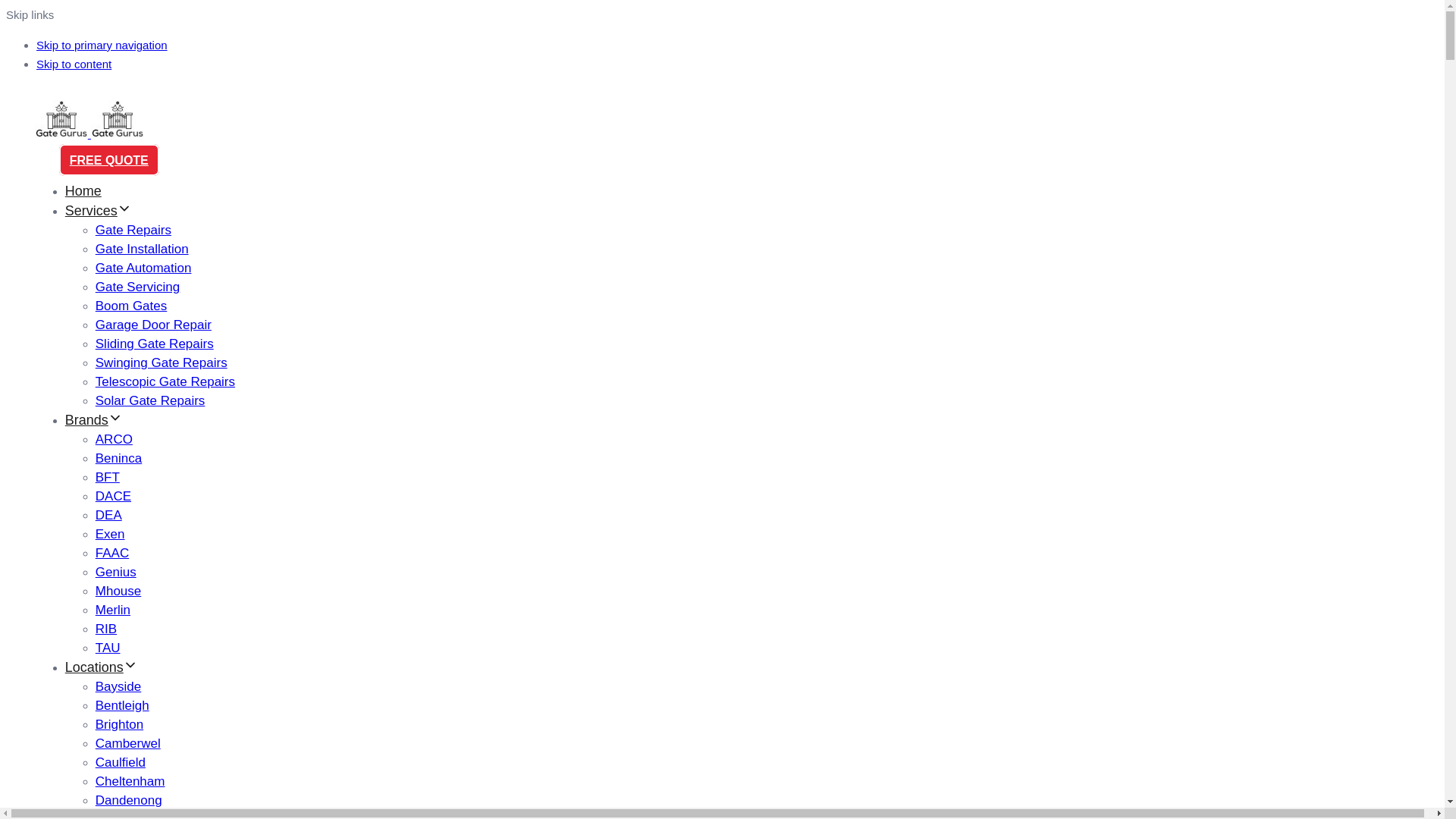  What do you see at coordinates (153, 324) in the screenshot?
I see `'Garage Door Repair'` at bounding box center [153, 324].